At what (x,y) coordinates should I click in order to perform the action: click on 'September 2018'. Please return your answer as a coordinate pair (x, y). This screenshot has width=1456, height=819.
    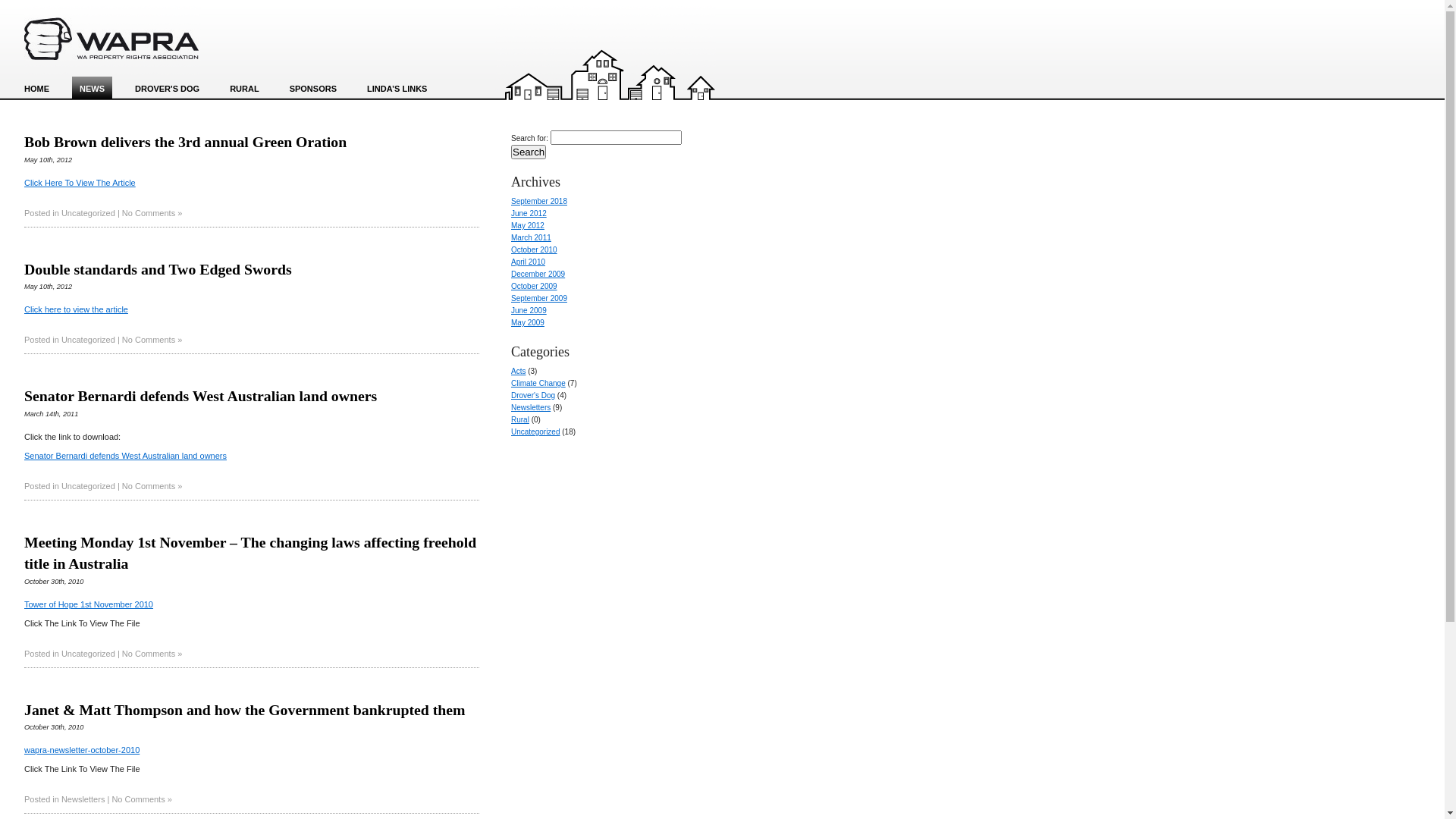
    Looking at the image, I should click on (538, 200).